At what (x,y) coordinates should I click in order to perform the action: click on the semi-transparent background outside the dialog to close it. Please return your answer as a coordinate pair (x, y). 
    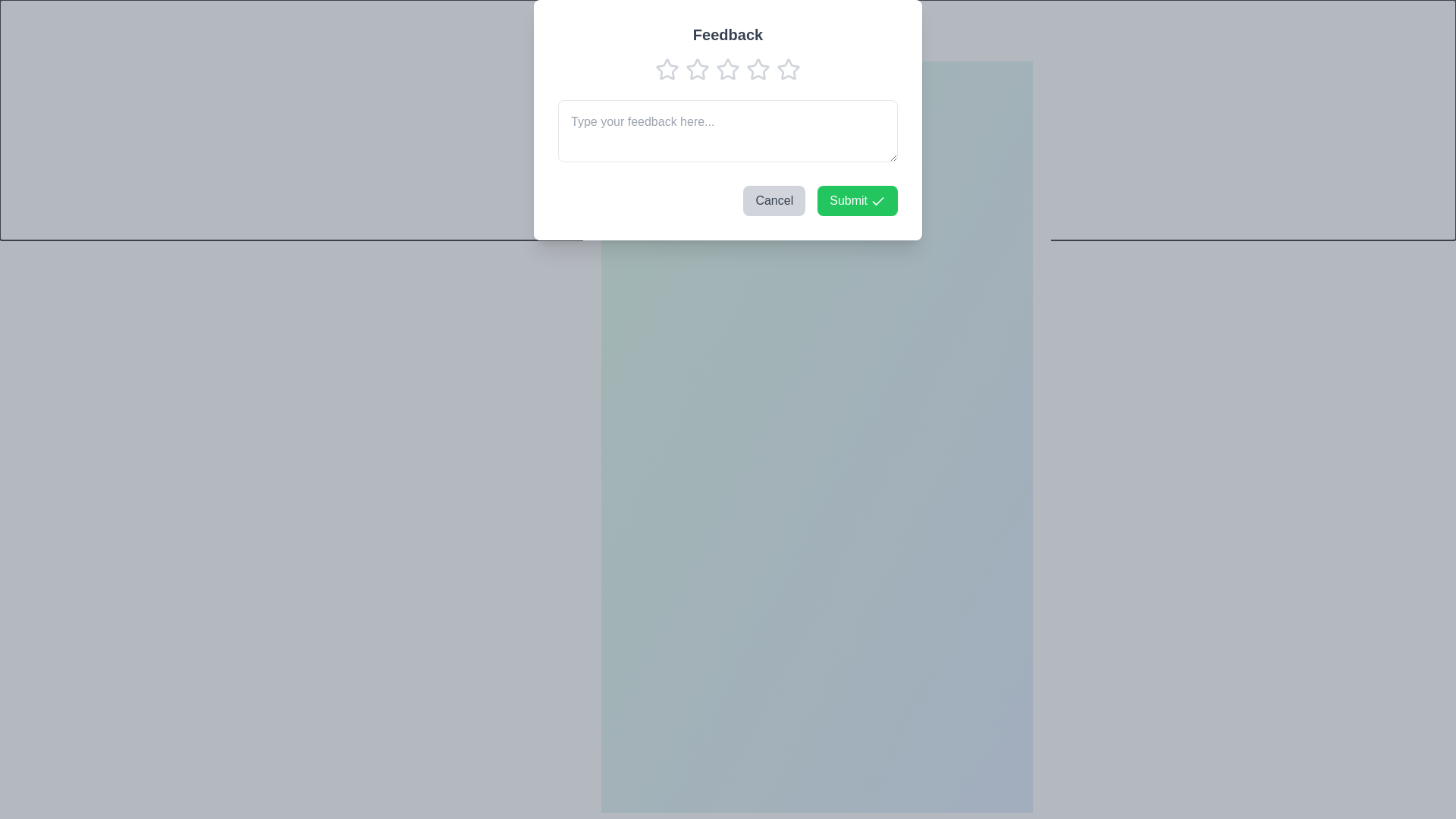
    Looking at the image, I should click on (582, 23).